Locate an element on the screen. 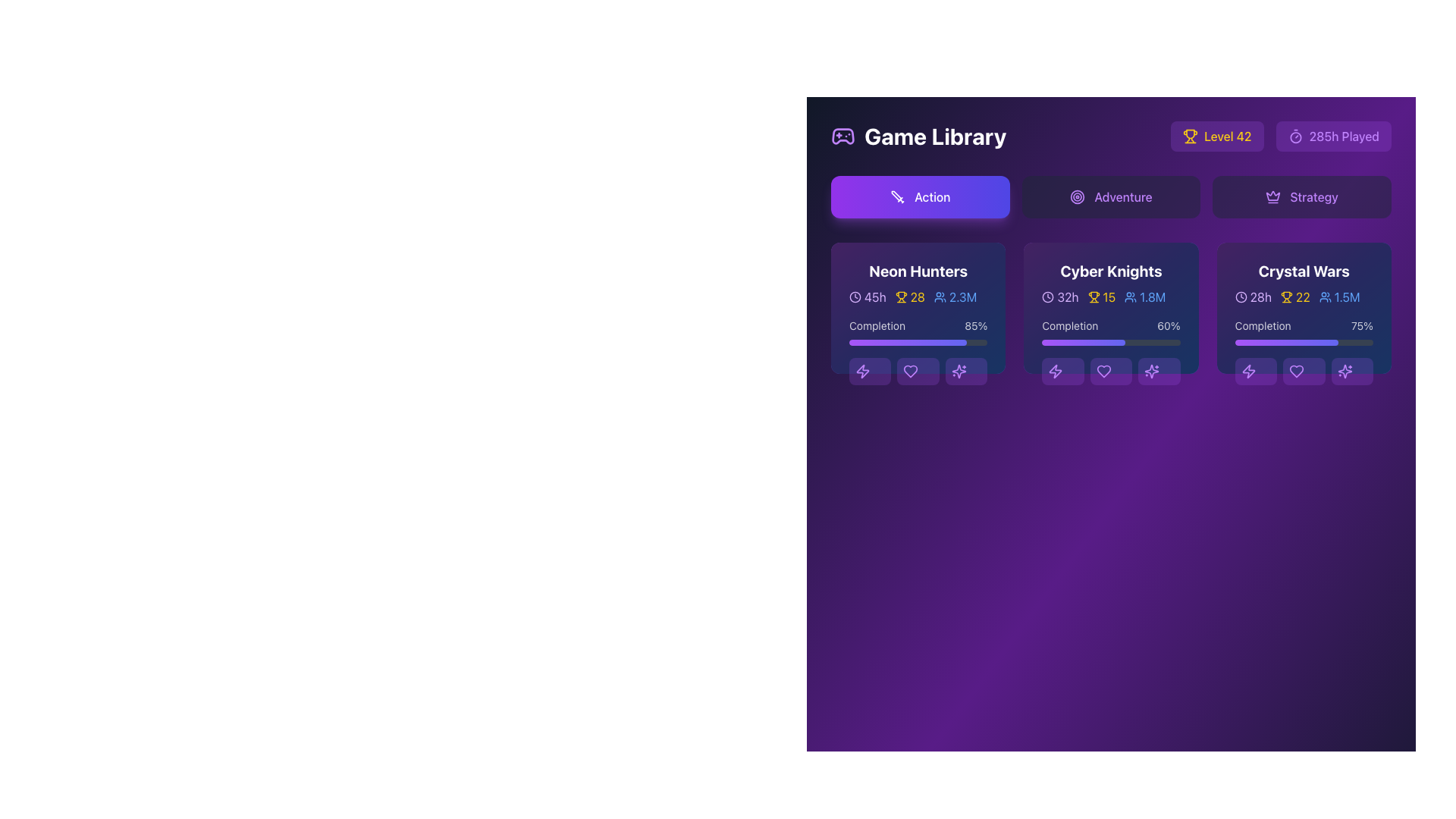 The height and width of the screenshot is (819, 1456). the Information card for the game 'Crystal Wars', which is the third card in a grid layout, located in the central area of the interface is located at coordinates (1303, 307).